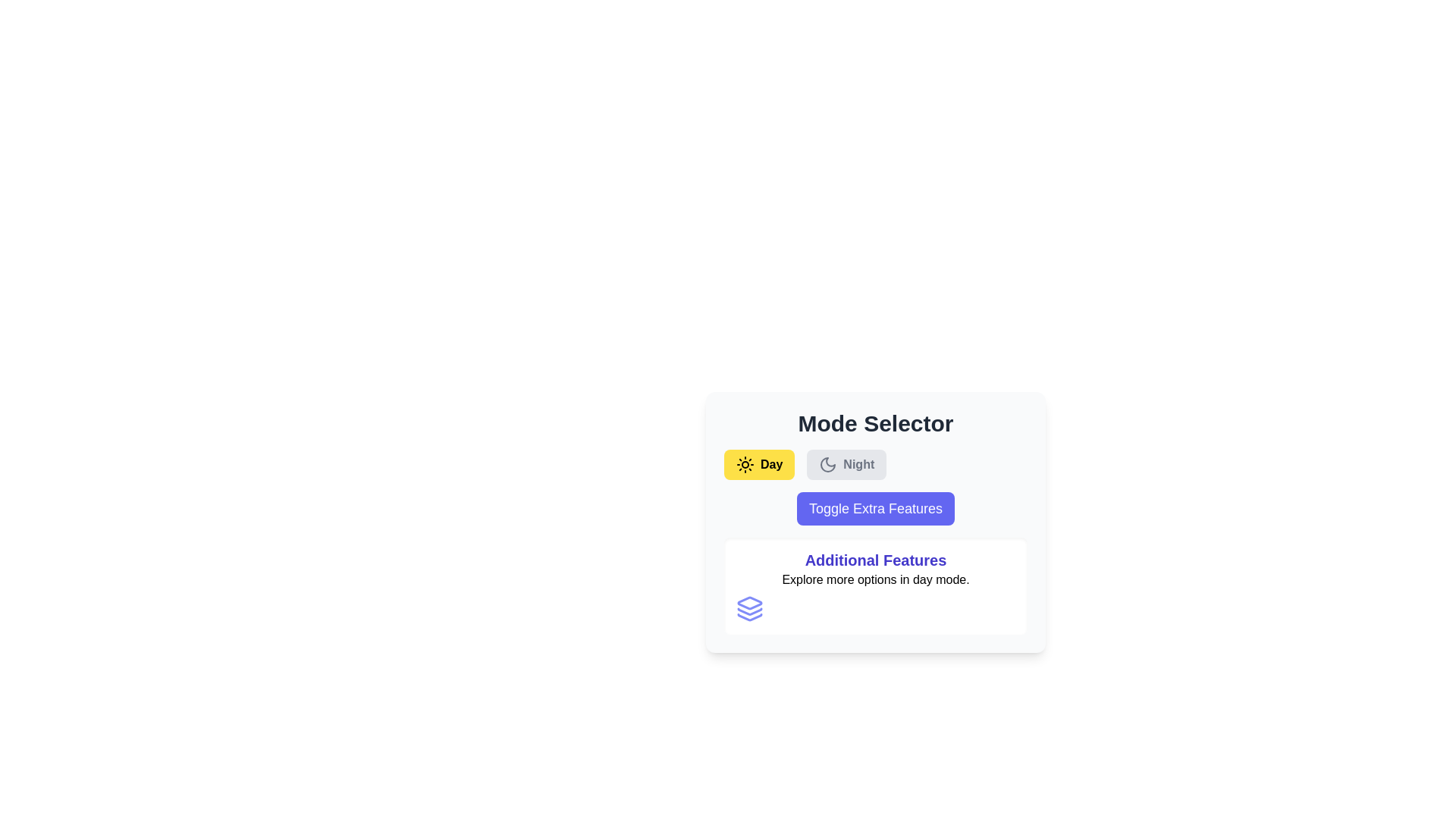  I want to click on the Toggle switch group located under the 'Mode Selector' title, so click(876, 464).